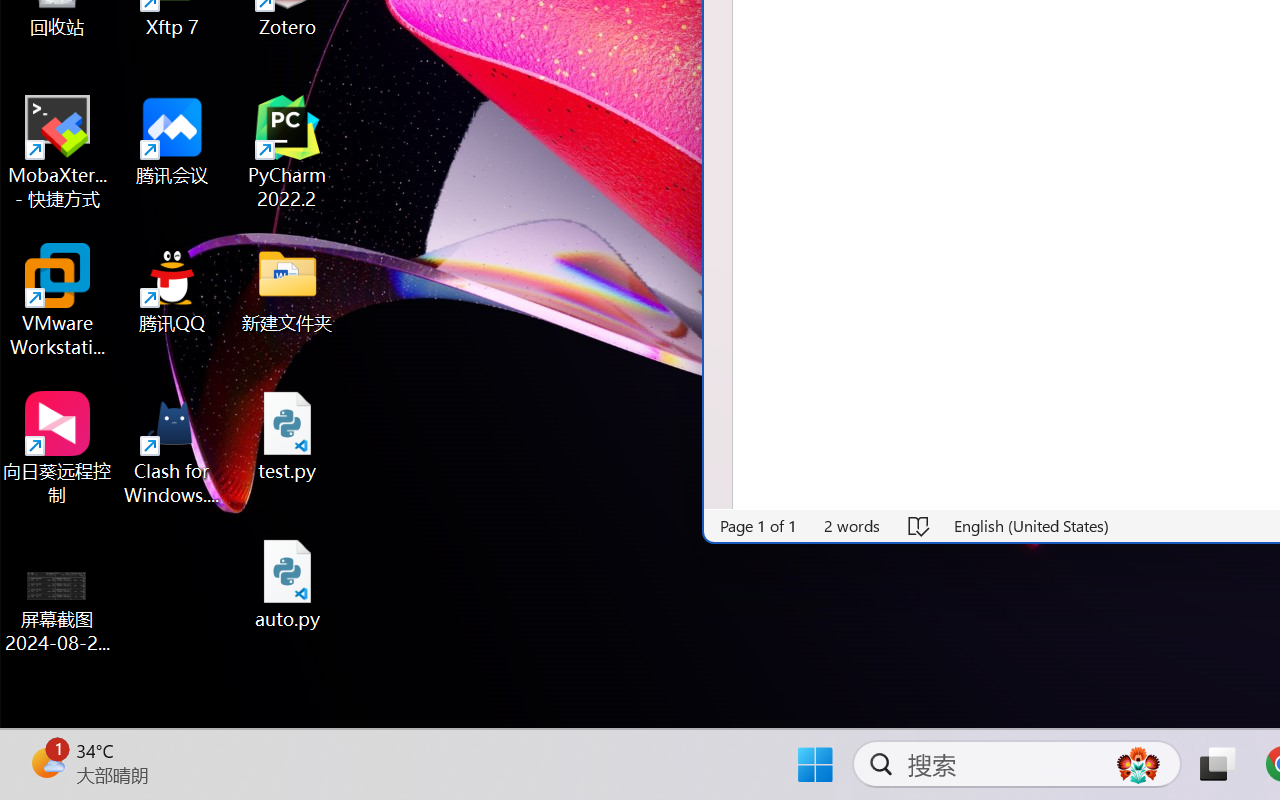 The width and height of the screenshot is (1280, 800). What do you see at coordinates (287, 152) in the screenshot?
I see `'PyCharm 2022.2'` at bounding box center [287, 152].